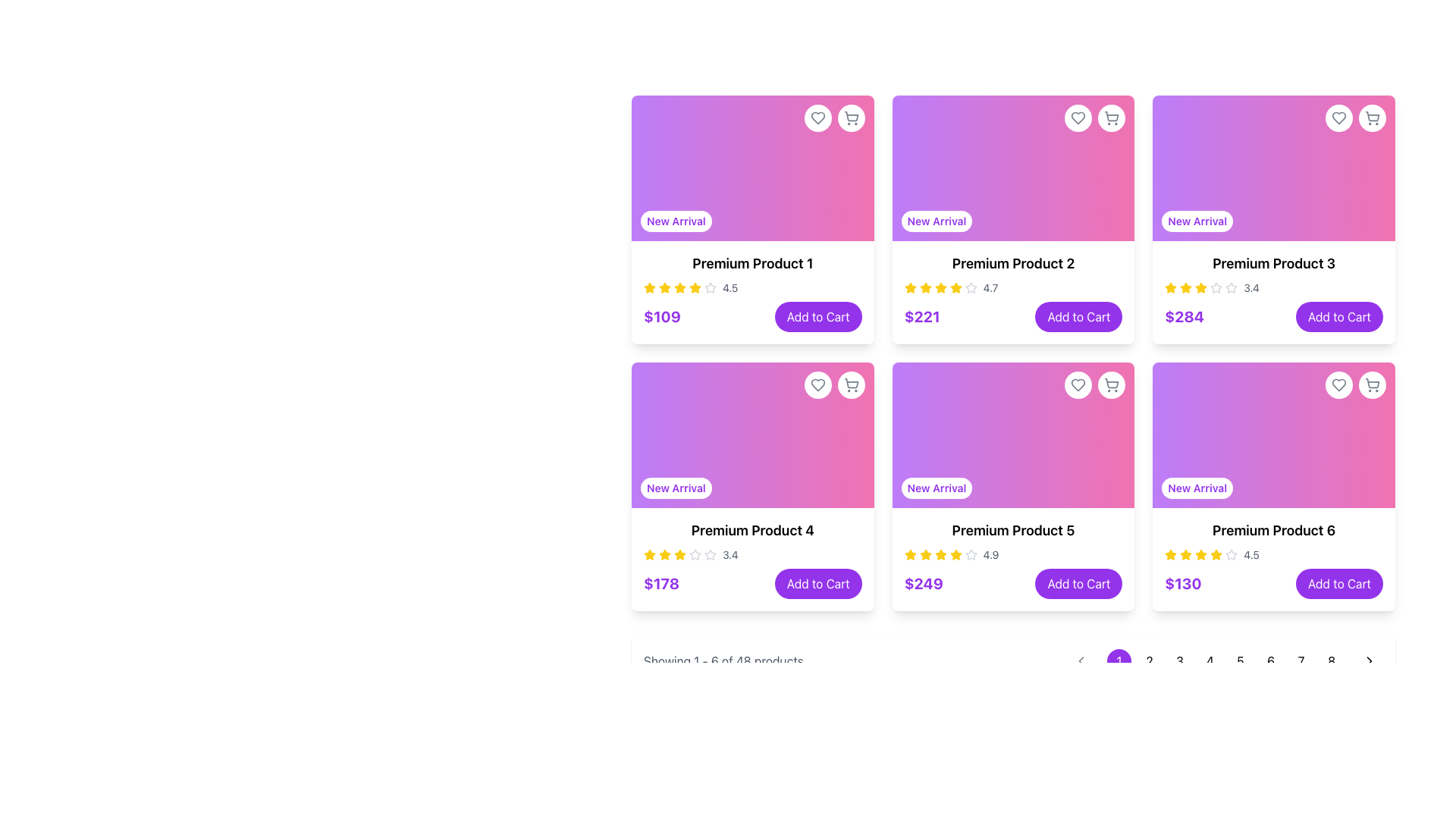  I want to click on the 'Add to Cart' button with a purple background and white text, located in the fifth product card of a 2-row grid layout, so click(1078, 583).